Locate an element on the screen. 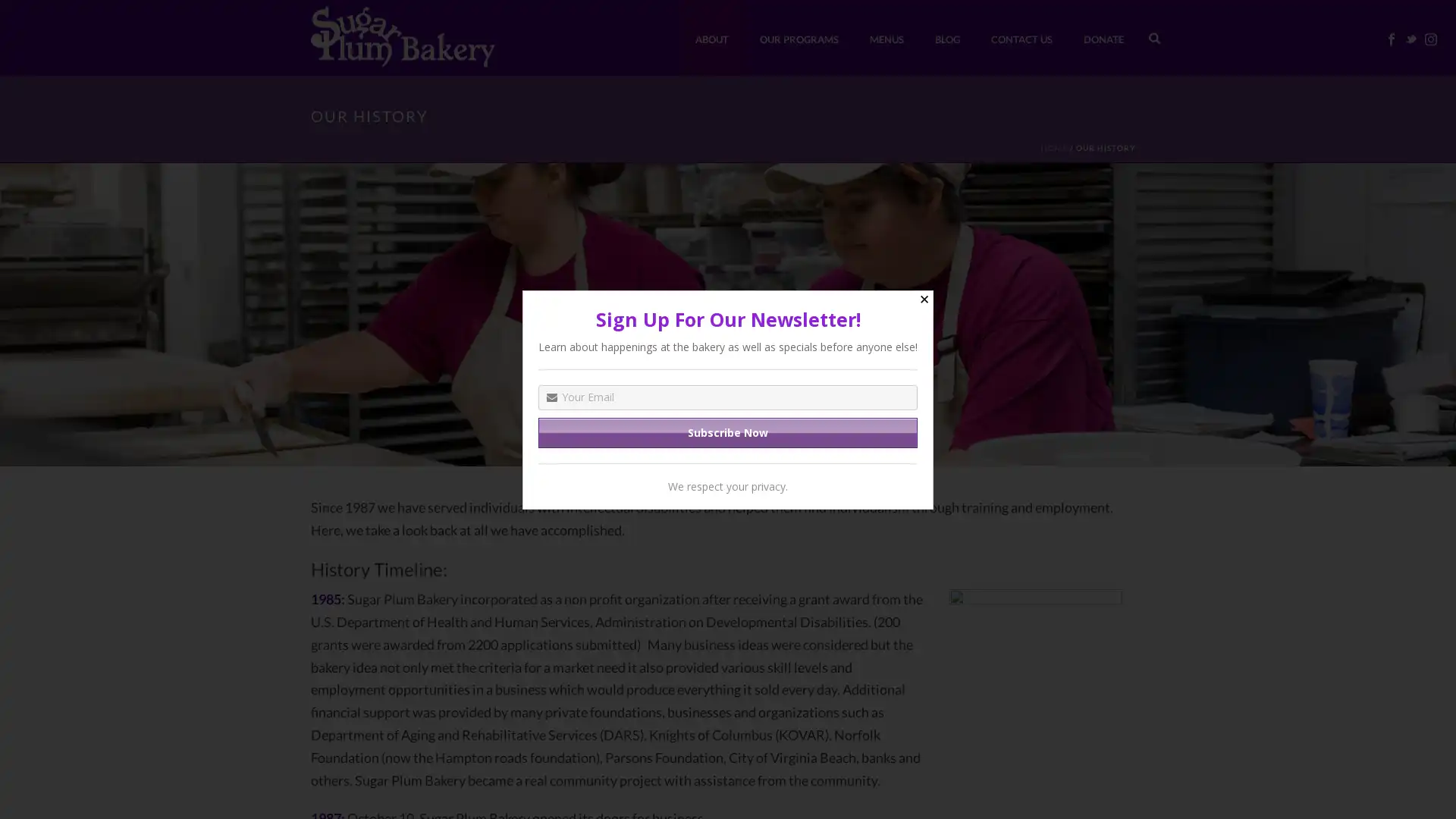  Close is located at coordinates (923, 300).